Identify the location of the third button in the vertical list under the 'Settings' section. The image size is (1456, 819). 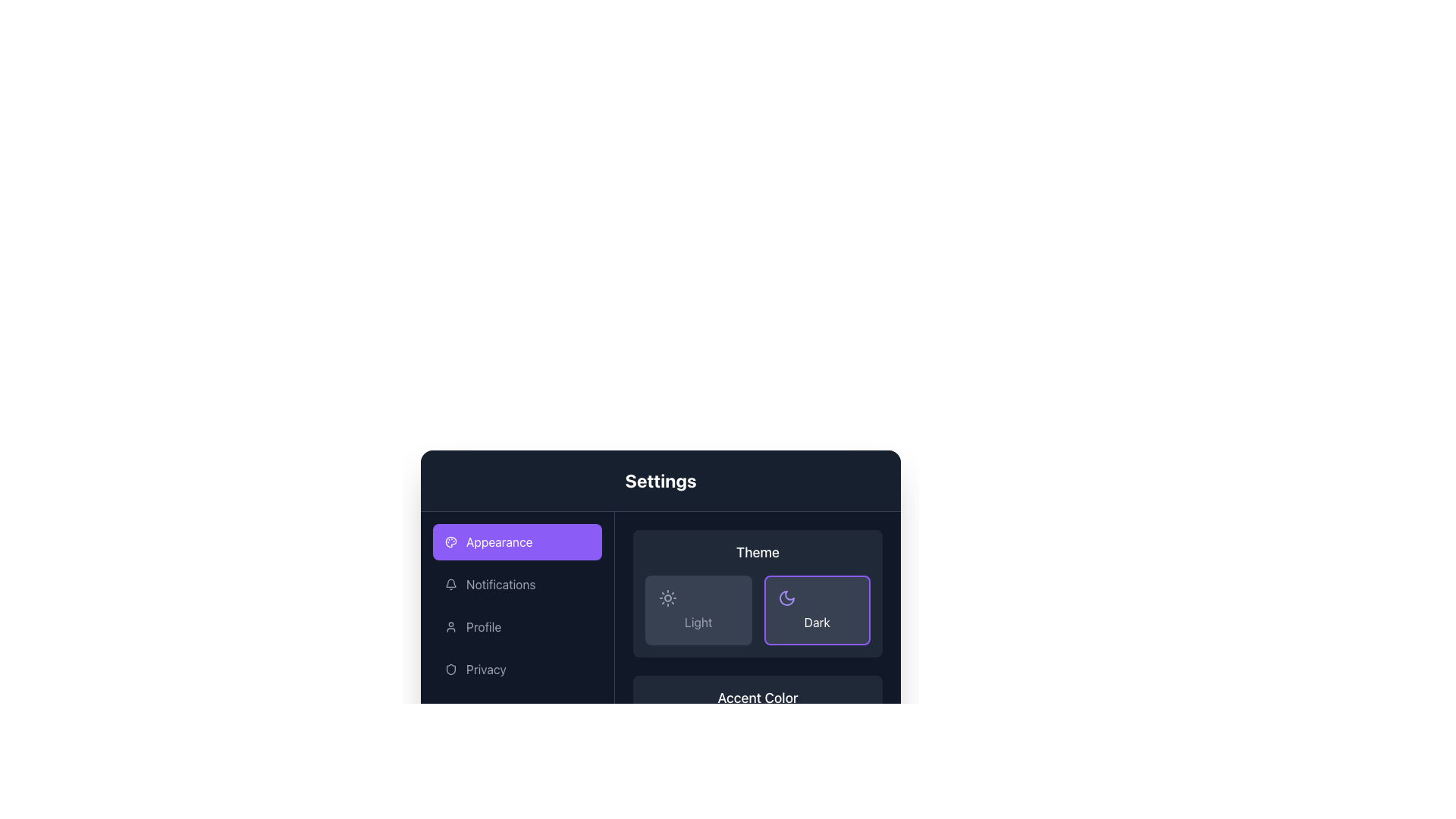
(517, 626).